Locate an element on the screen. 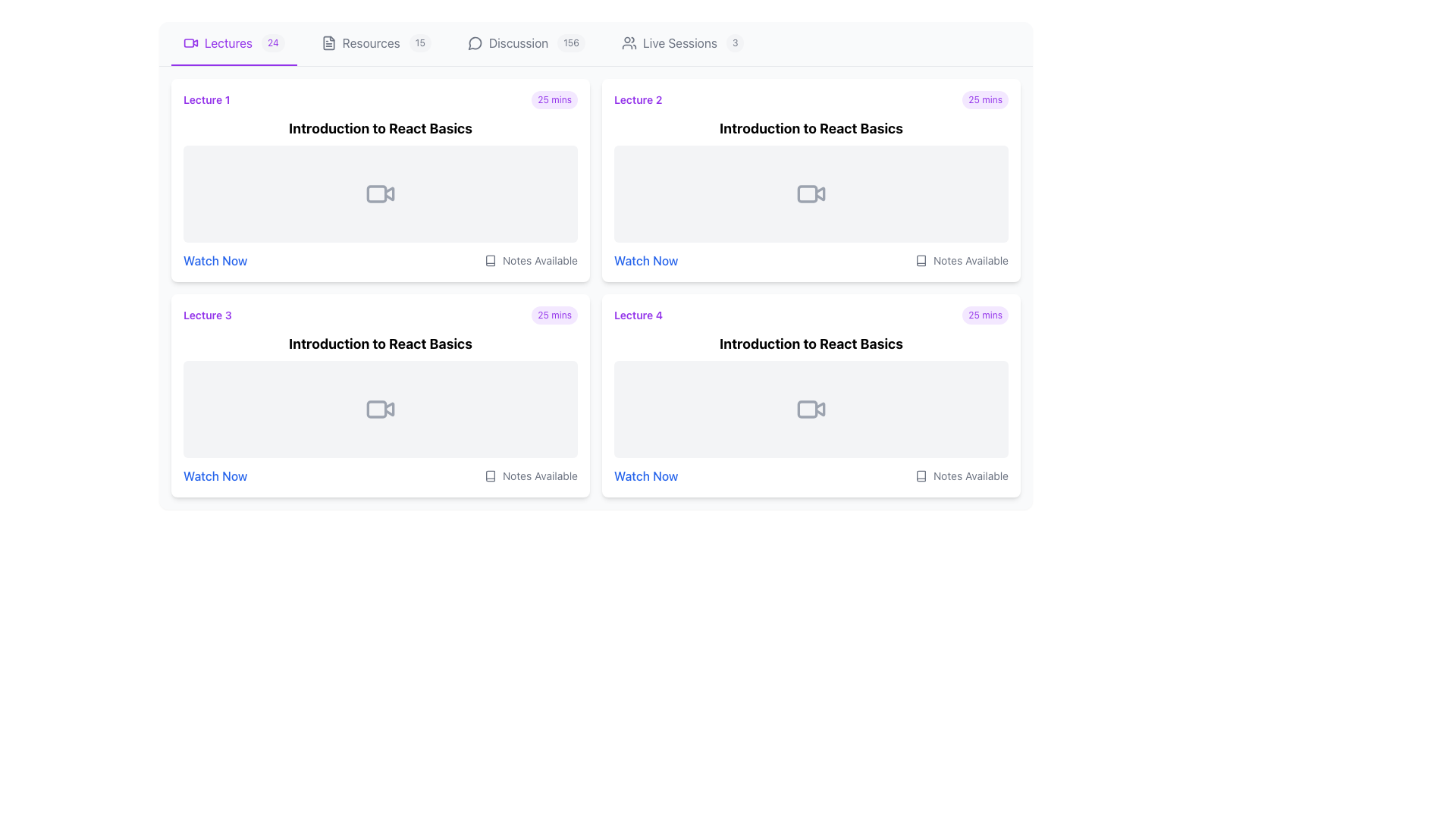  the muted gray rectangular graphical icon with rounded corners located within the video icon associated with 'Lecture 2' is located at coordinates (807, 193).